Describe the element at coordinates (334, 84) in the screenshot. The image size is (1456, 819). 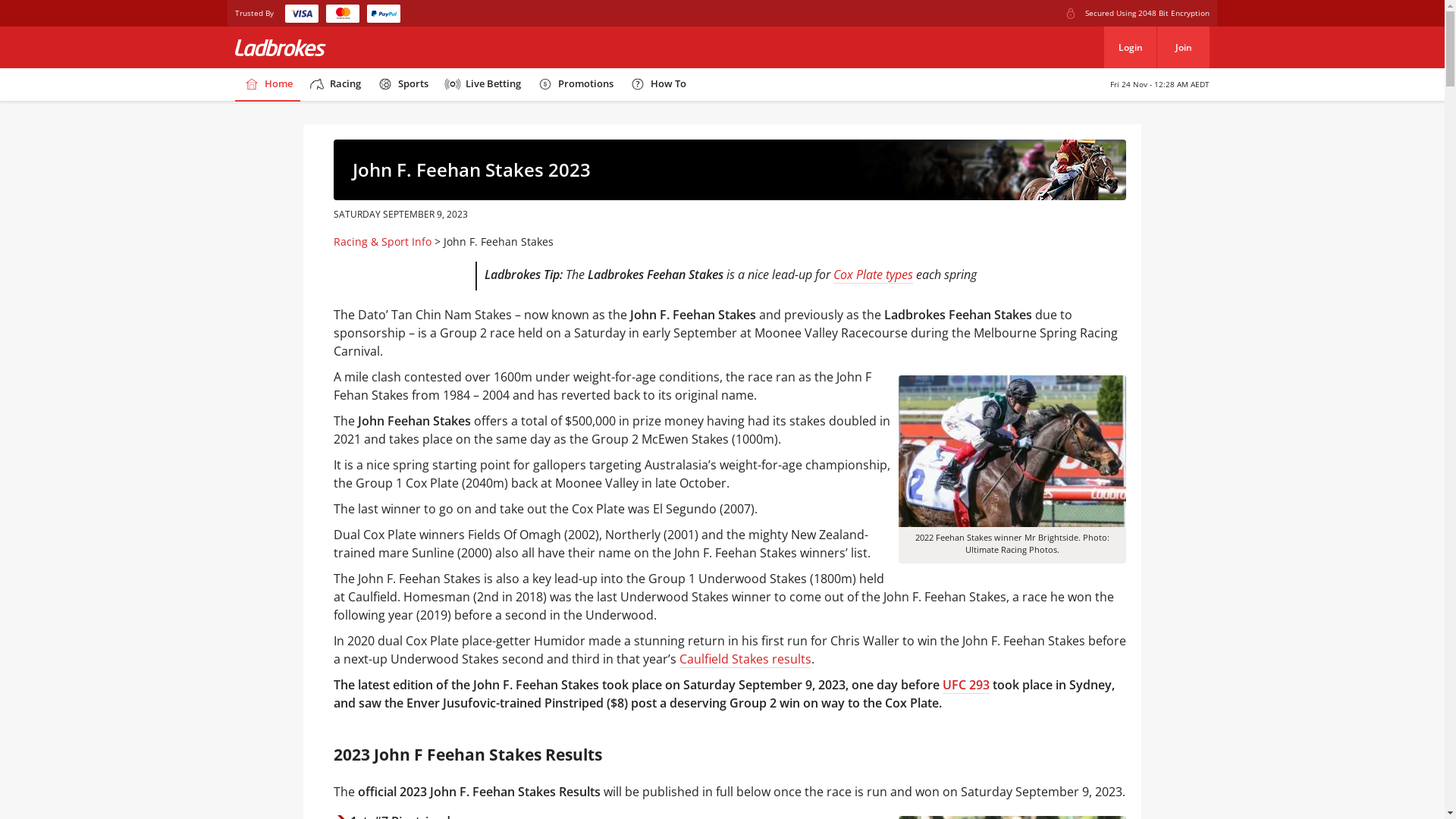
I see `'Racing'` at that location.